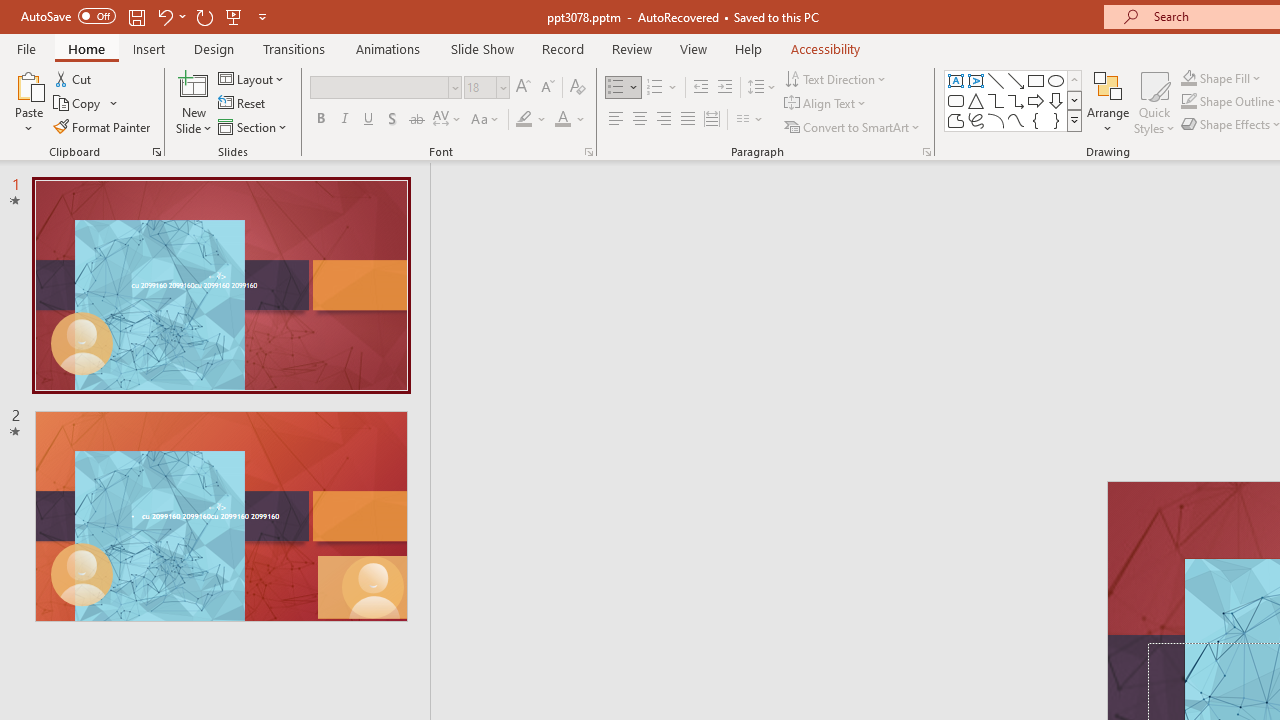 The image size is (1280, 720). Describe the element at coordinates (976, 100) in the screenshot. I see `'Isosceles Triangle'` at that location.